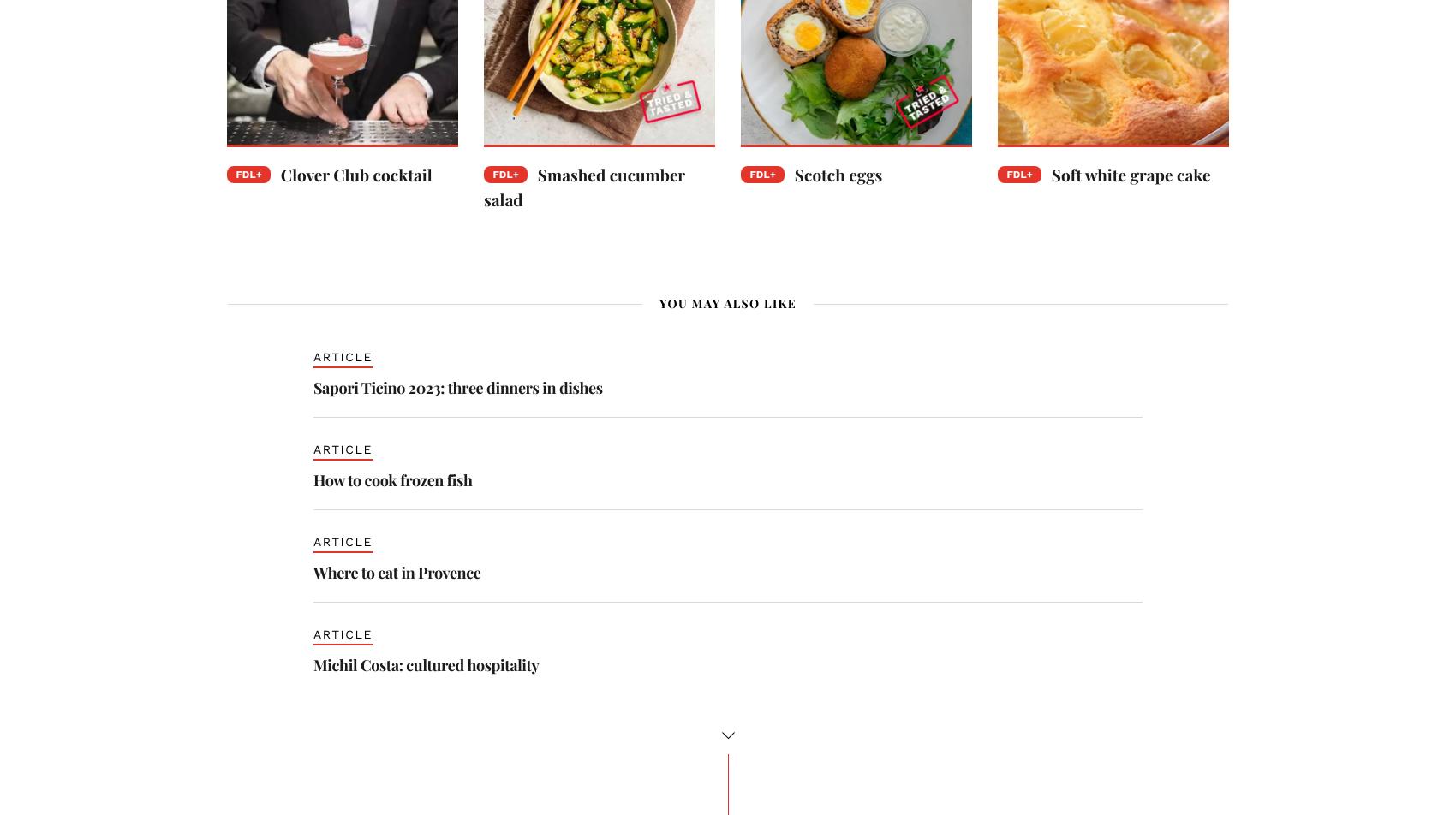  I want to click on 'You may also like', so click(726, 302).